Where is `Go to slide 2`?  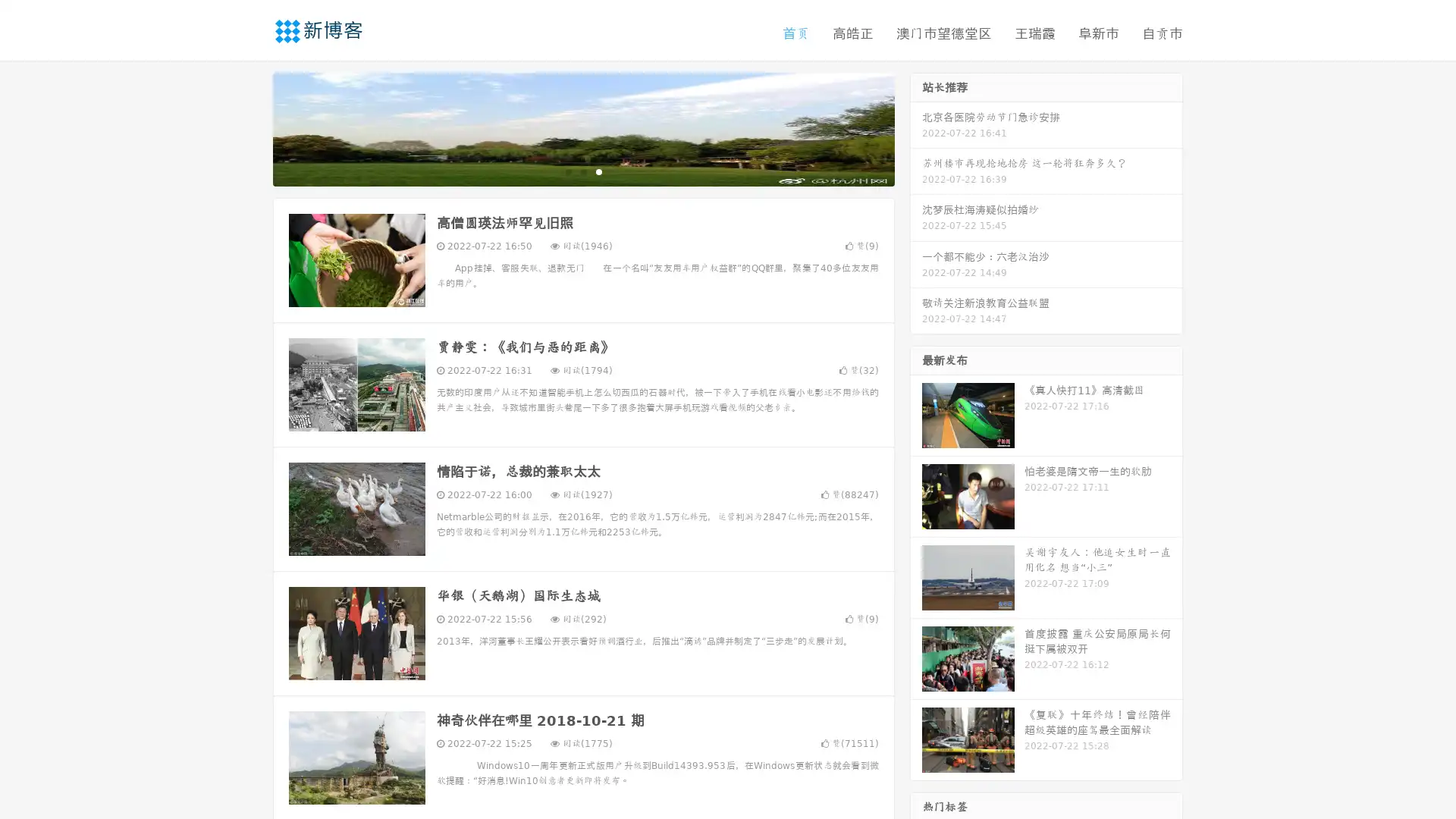 Go to slide 2 is located at coordinates (582, 171).